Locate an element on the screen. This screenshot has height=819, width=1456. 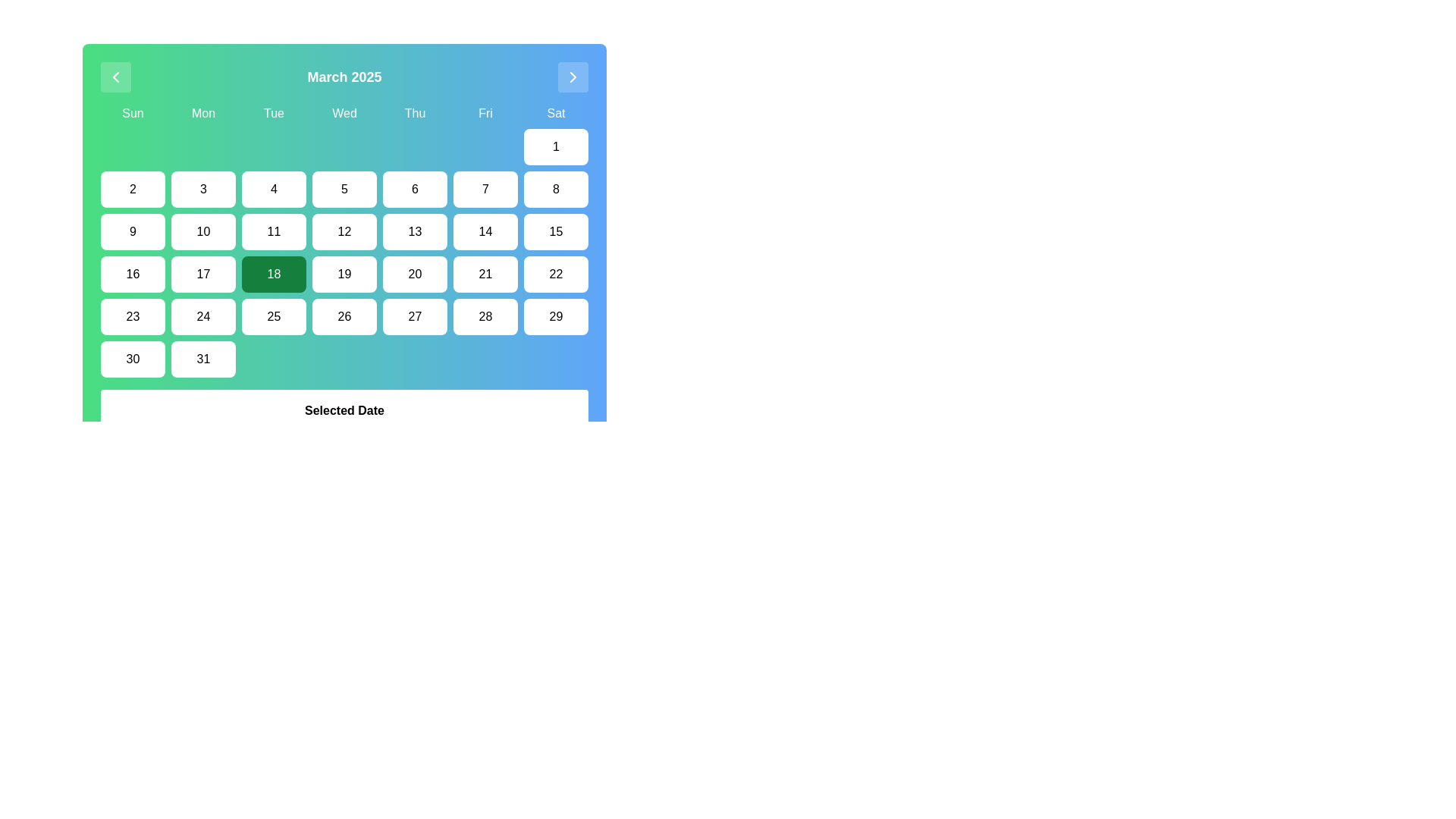
the Interactive calendar day cell displaying the numeral '1' in the far right column under the header 'Sat' is located at coordinates (555, 146).